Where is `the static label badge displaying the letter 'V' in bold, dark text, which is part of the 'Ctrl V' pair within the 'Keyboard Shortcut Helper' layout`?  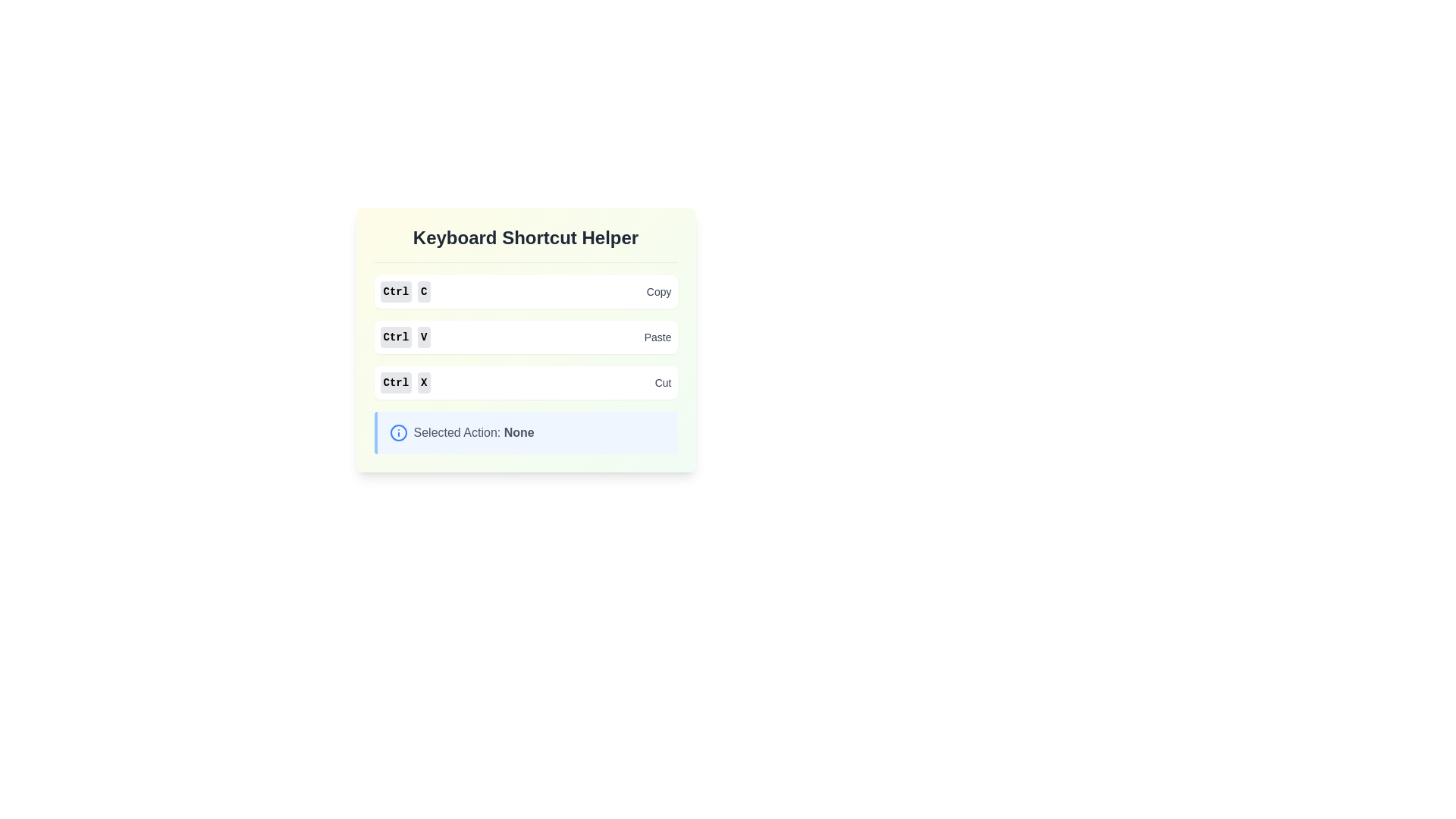
the static label badge displaying the letter 'V' in bold, dark text, which is part of the 'Ctrl V' pair within the 'Keyboard Shortcut Helper' layout is located at coordinates (424, 336).